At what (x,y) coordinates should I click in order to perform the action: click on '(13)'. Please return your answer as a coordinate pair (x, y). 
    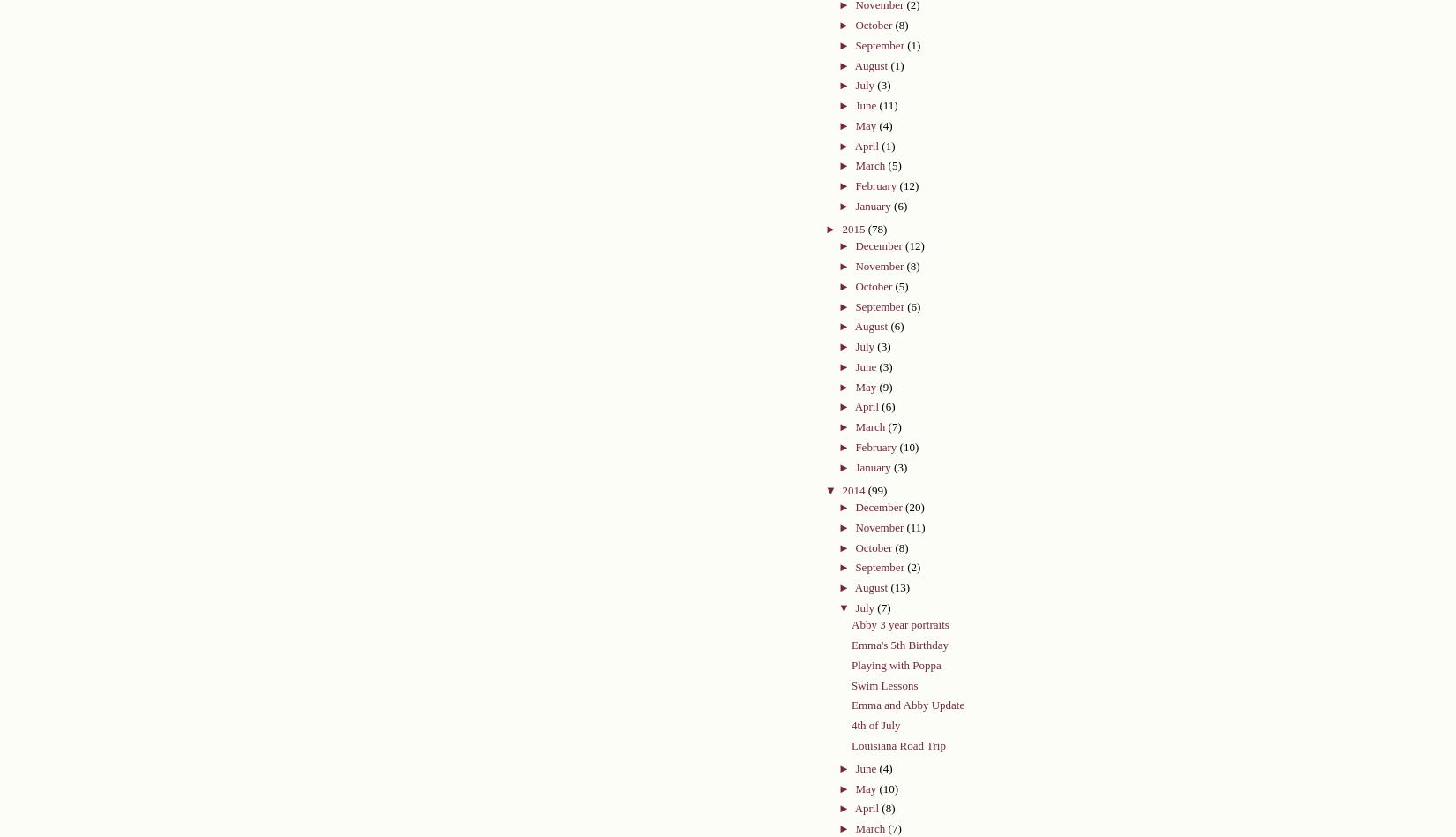
    Looking at the image, I should click on (889, 586).